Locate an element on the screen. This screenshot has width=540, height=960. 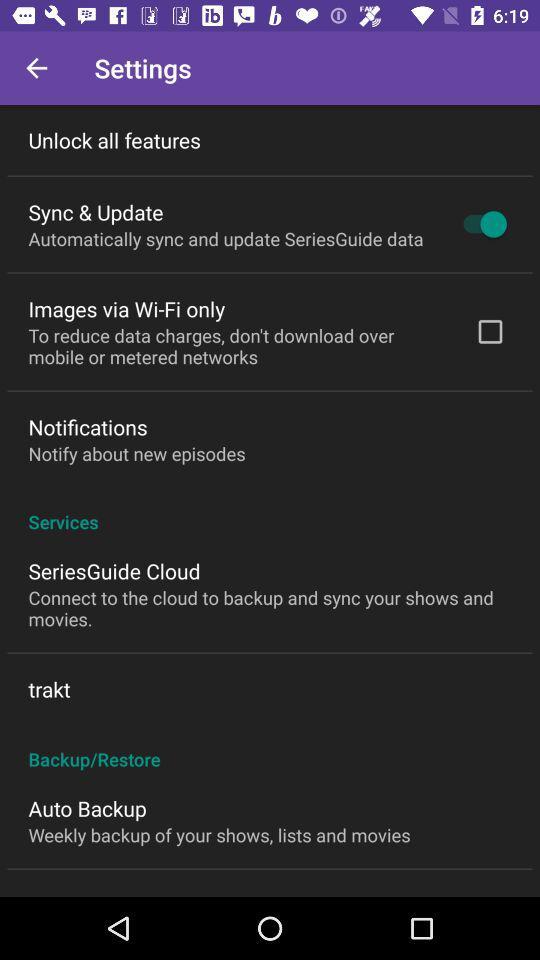
the unlock all features is located at coordinates (114, 139).